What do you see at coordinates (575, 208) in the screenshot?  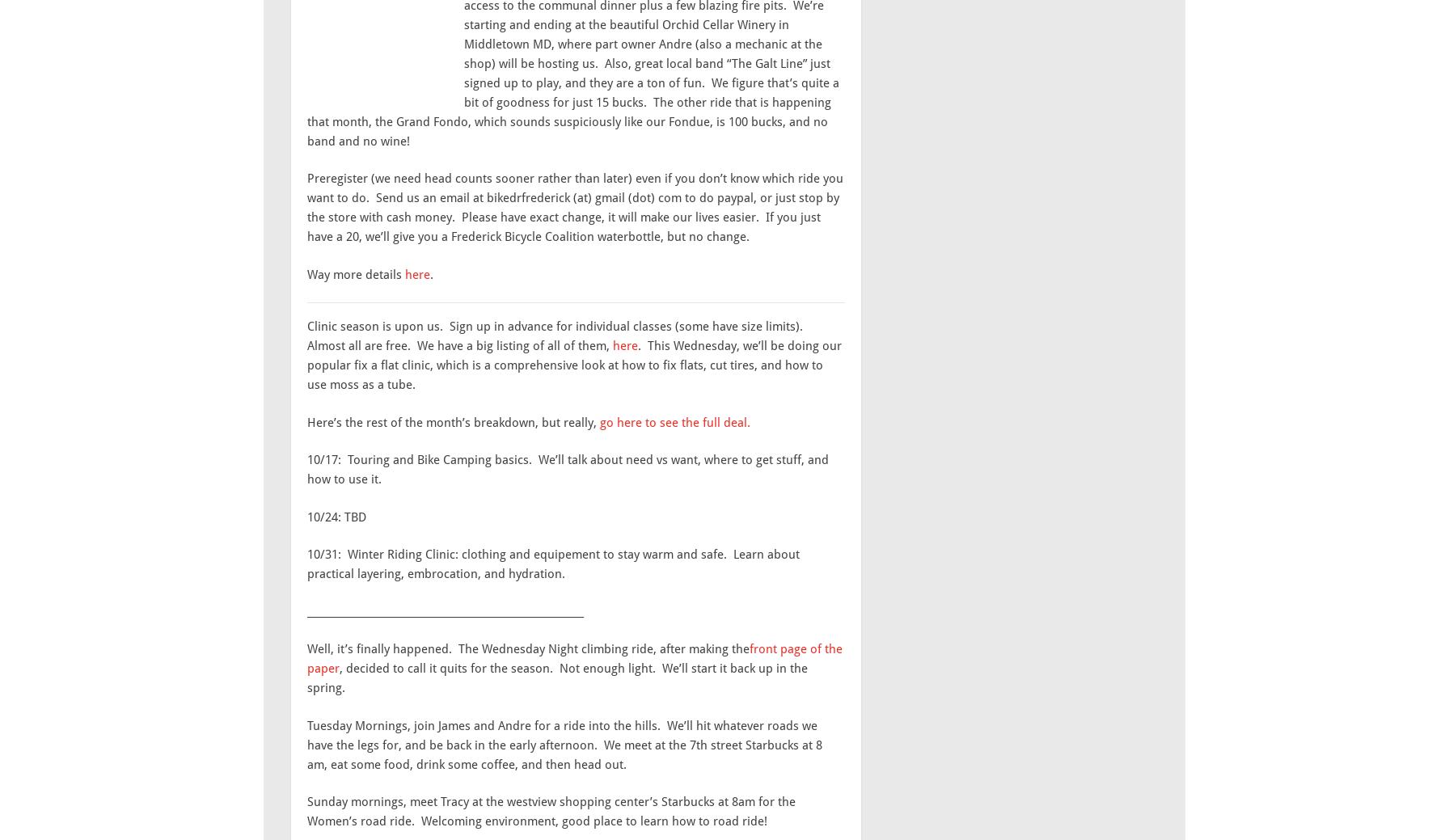 I see `'Preregister (we need head counts sooner rather than later) even if you don’t know which ride you want to do.  Send us an email at bikedrfrederick (at) gmail (dot) com to do paypal, or just stop by the store with cash money.  Please have exact change, it will make our lives easier.  If you just have a 20, we’ll give you a Frederick Bicycle Coalition waterbottle, but no change.'` at bounding box center [575, 208].